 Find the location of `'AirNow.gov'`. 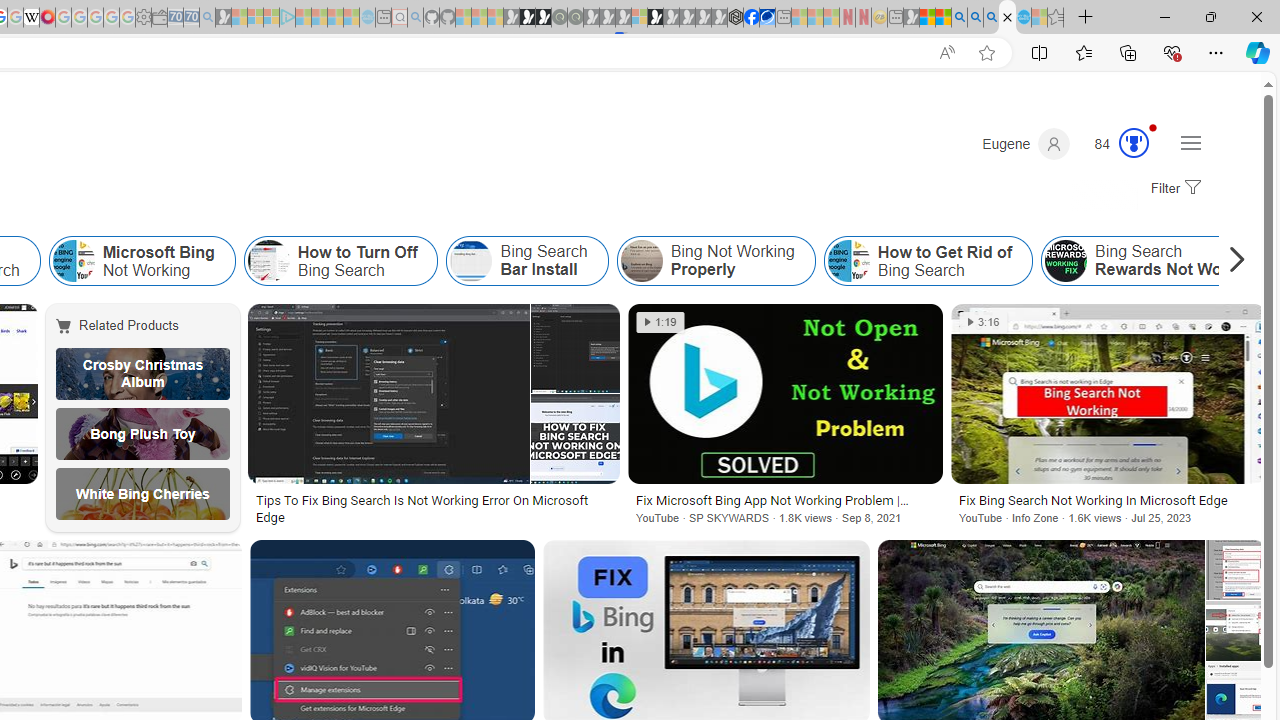

'AirNow.gov' is located at coordinates (766, 17).